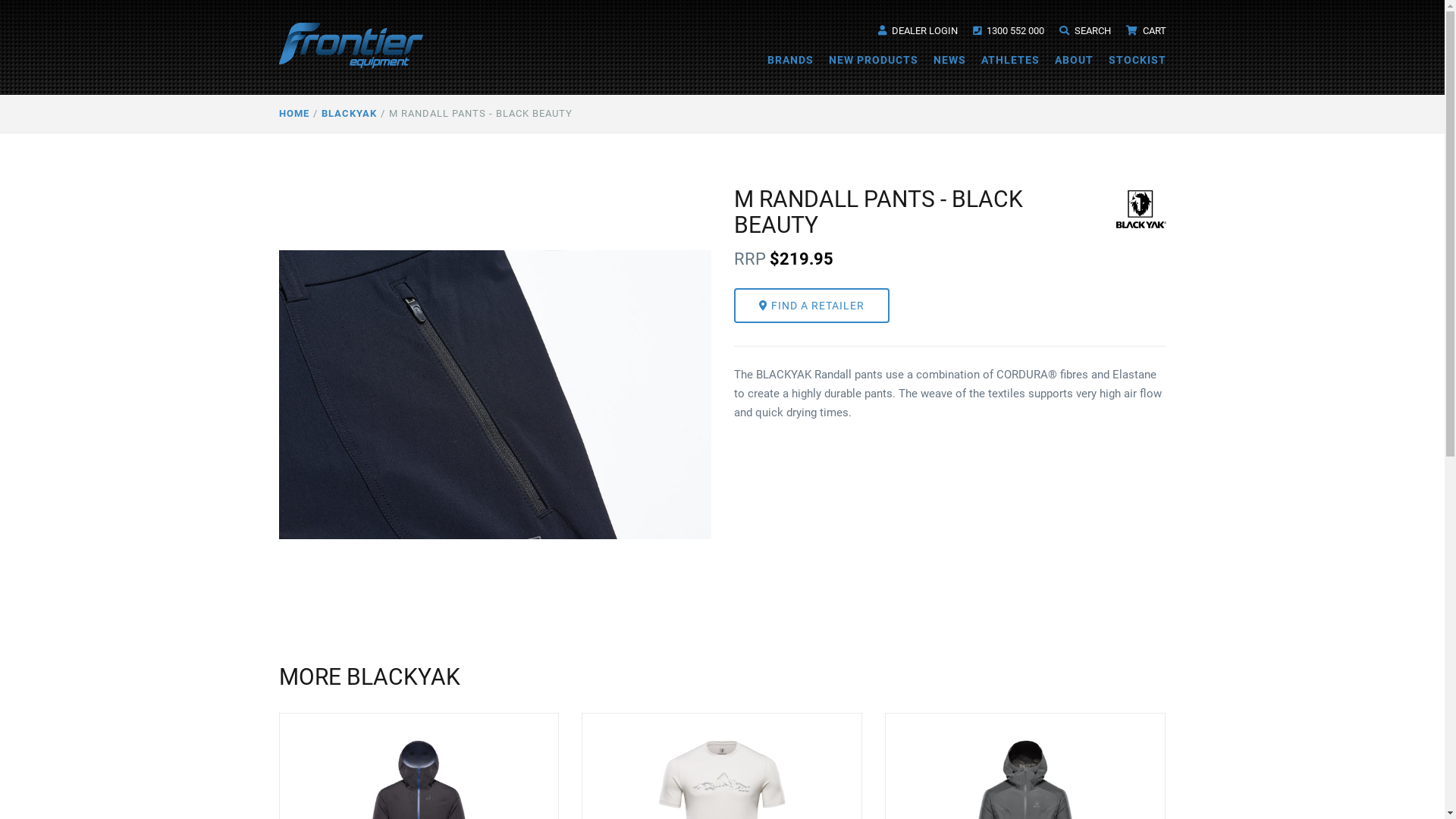 The height and width of the screenshot is (819, 1456). I want to click on 'CART', so click(1125, 30).